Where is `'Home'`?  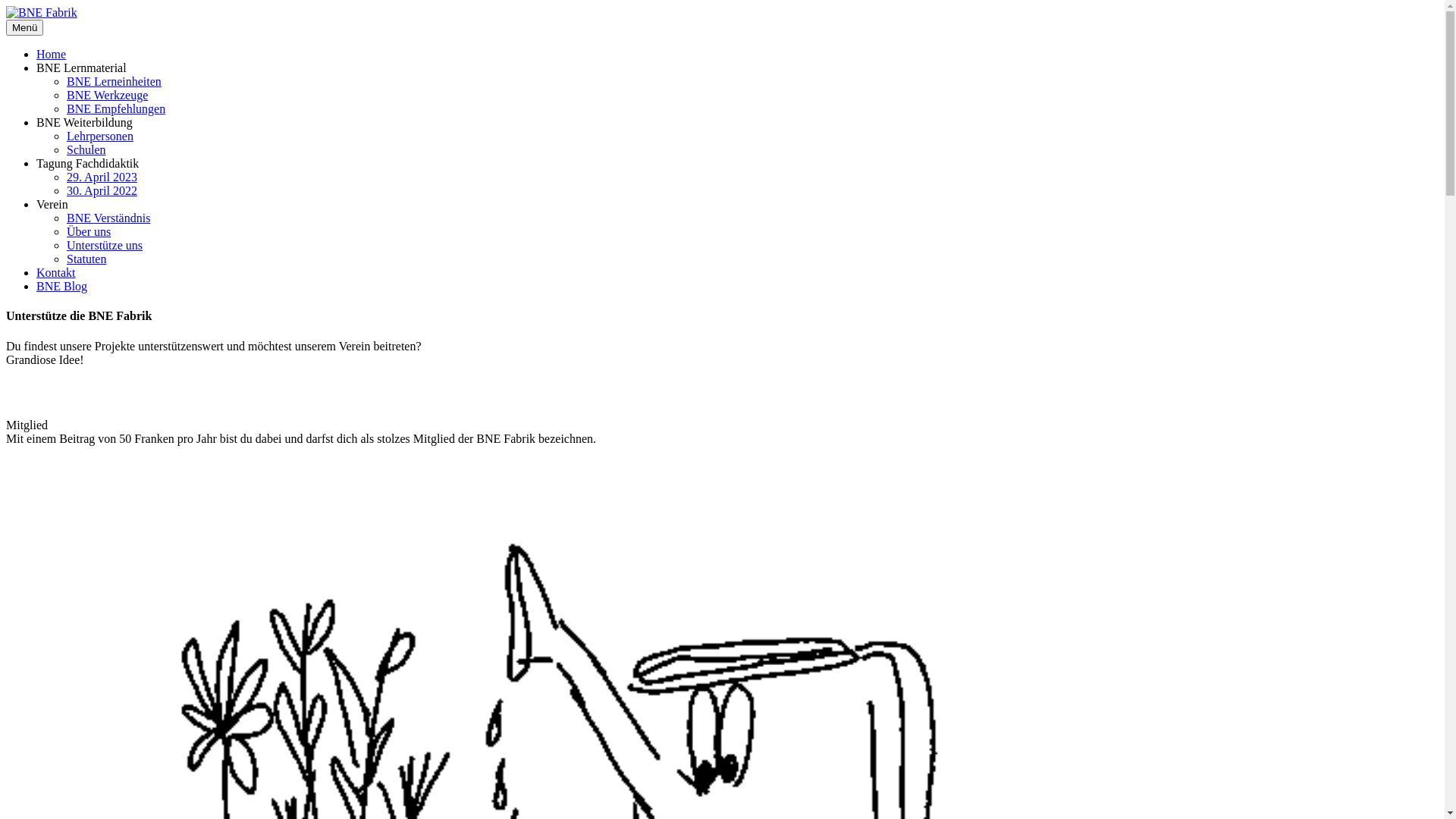 'Home' is located at coordinates (51, 53).